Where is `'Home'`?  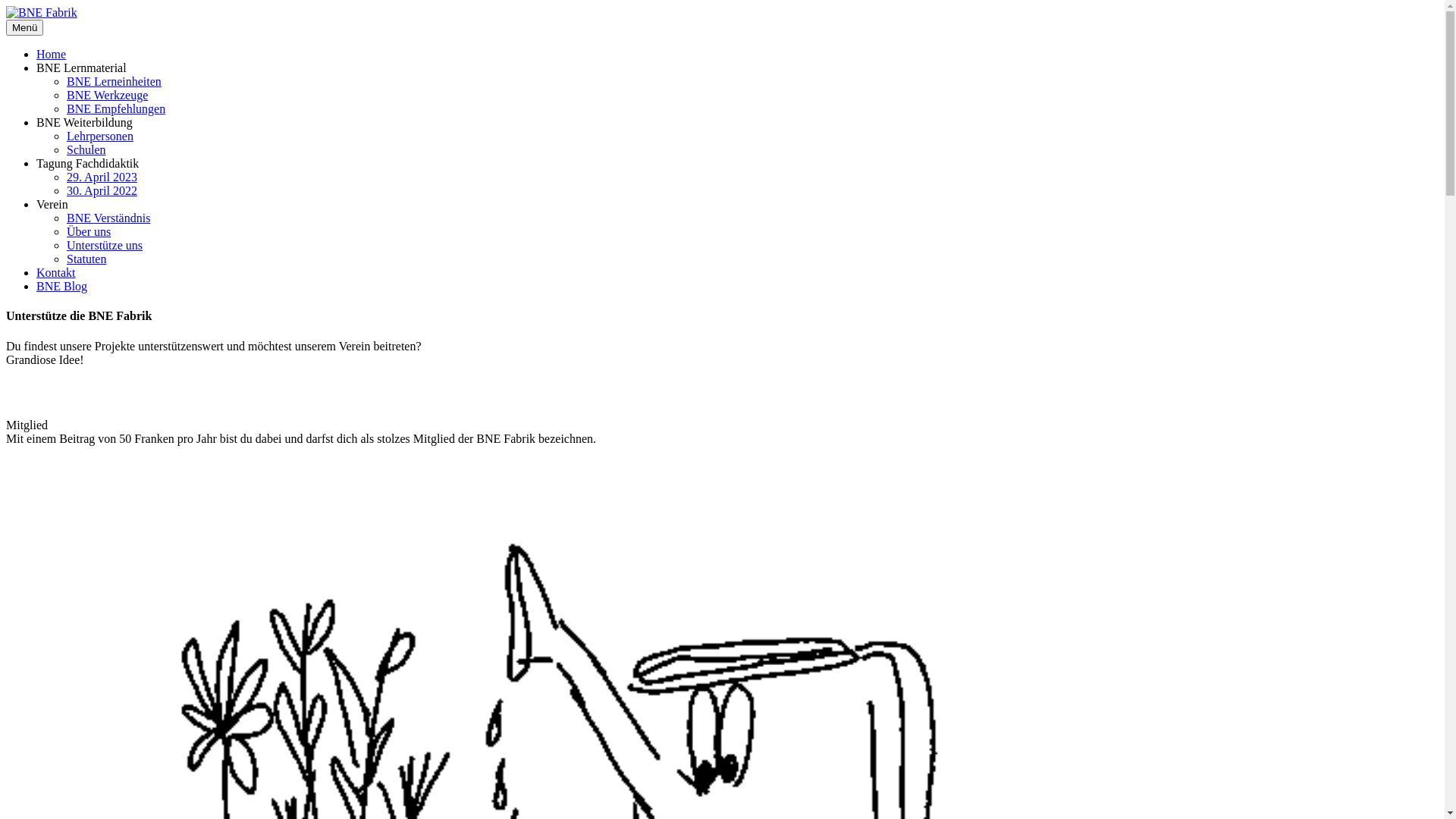 'Home' is located at coordinates (51, 53).